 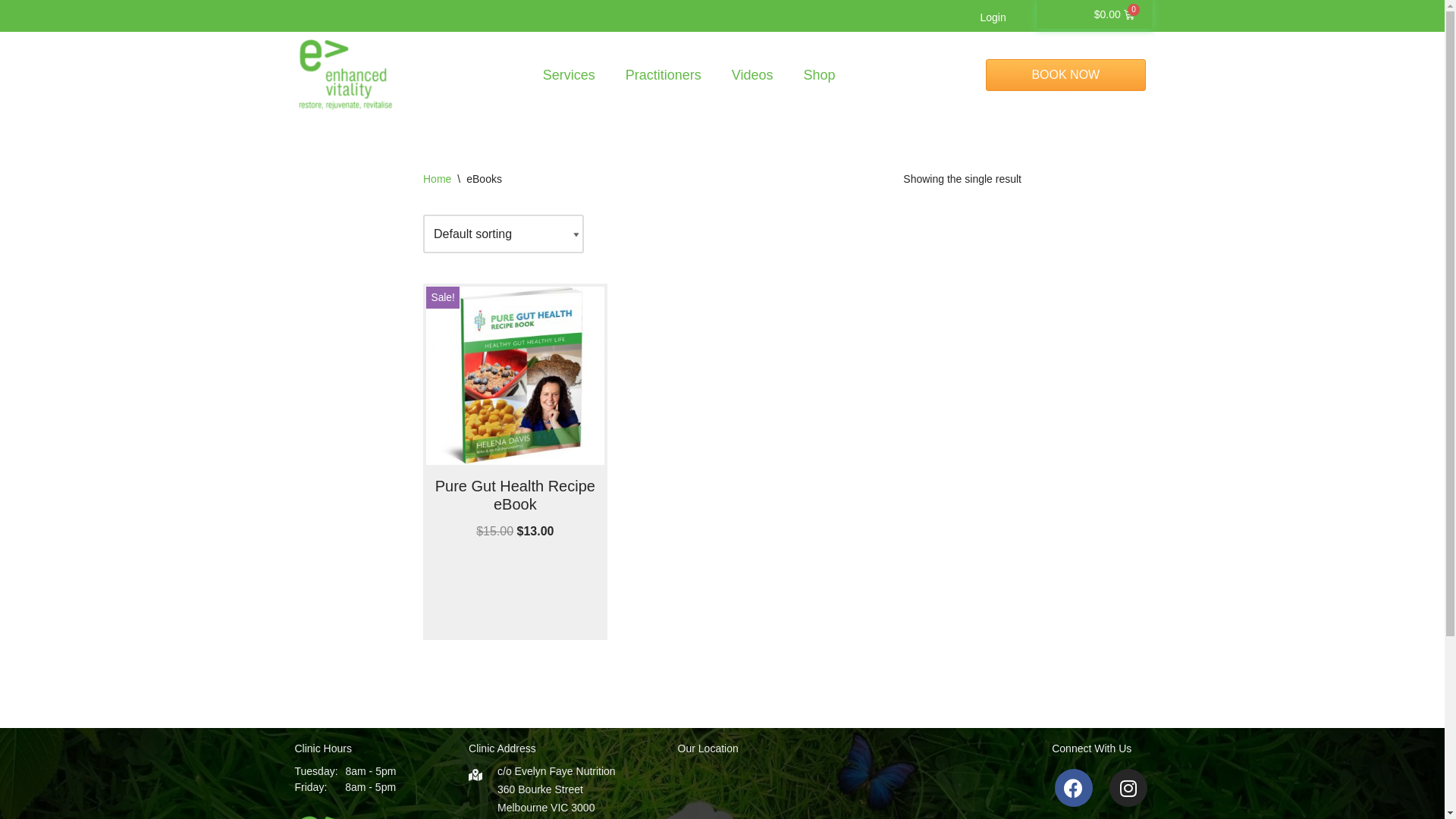 What do you see at coordinates (818, 75) in the screenshot?
I see `'Shop'` at bounding box center [818, 75].